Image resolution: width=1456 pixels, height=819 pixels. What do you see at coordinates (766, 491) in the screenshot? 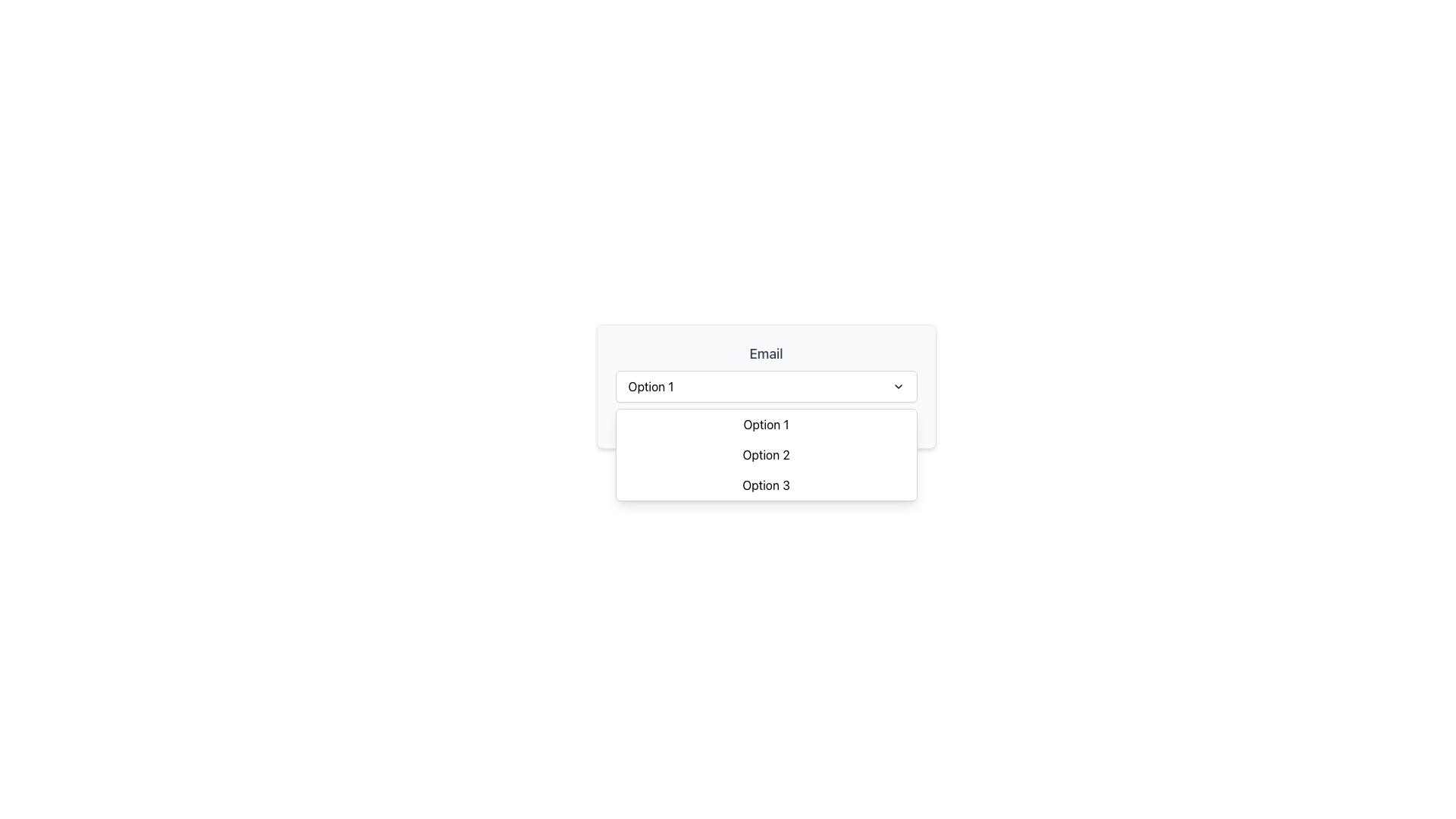
I see `the third item in the dropdown menu labeled 'Option 3'` at bounding box center [766, 491].